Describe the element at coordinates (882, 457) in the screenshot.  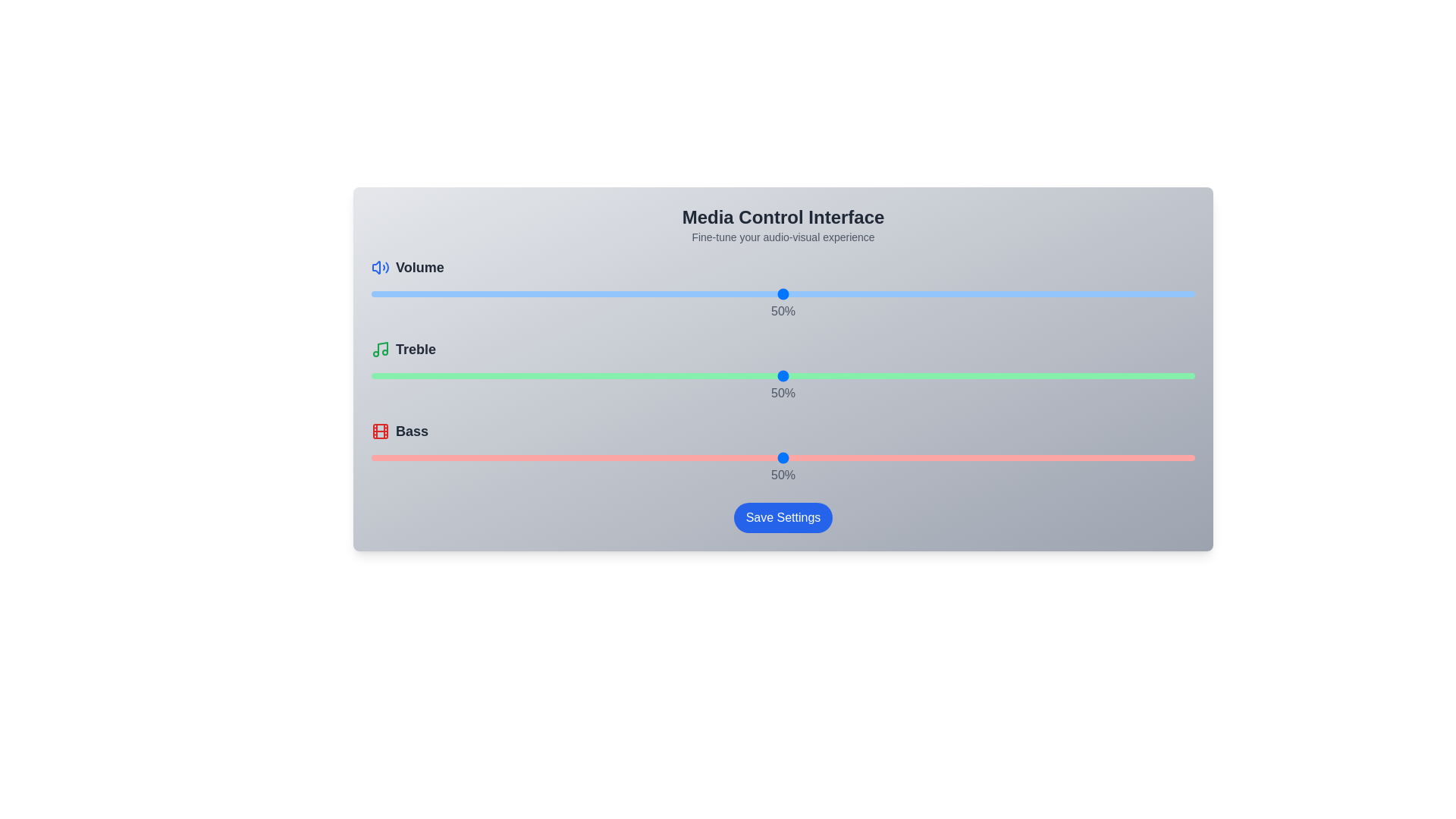
I see `bass level` at that location.